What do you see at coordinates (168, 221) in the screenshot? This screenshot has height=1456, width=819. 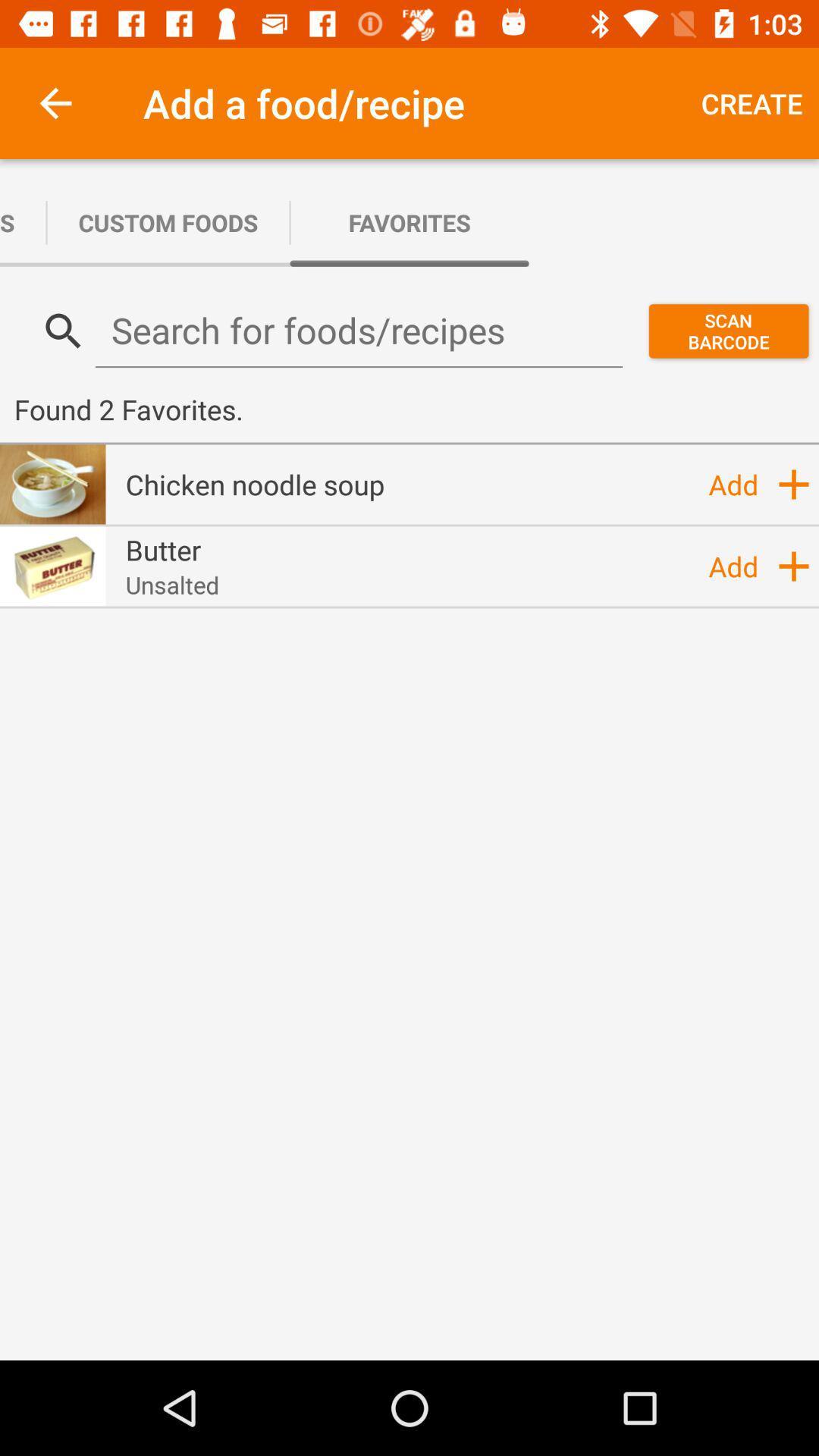 I see `the icon to the right of custom recipes` at bounding box center [168, 221].